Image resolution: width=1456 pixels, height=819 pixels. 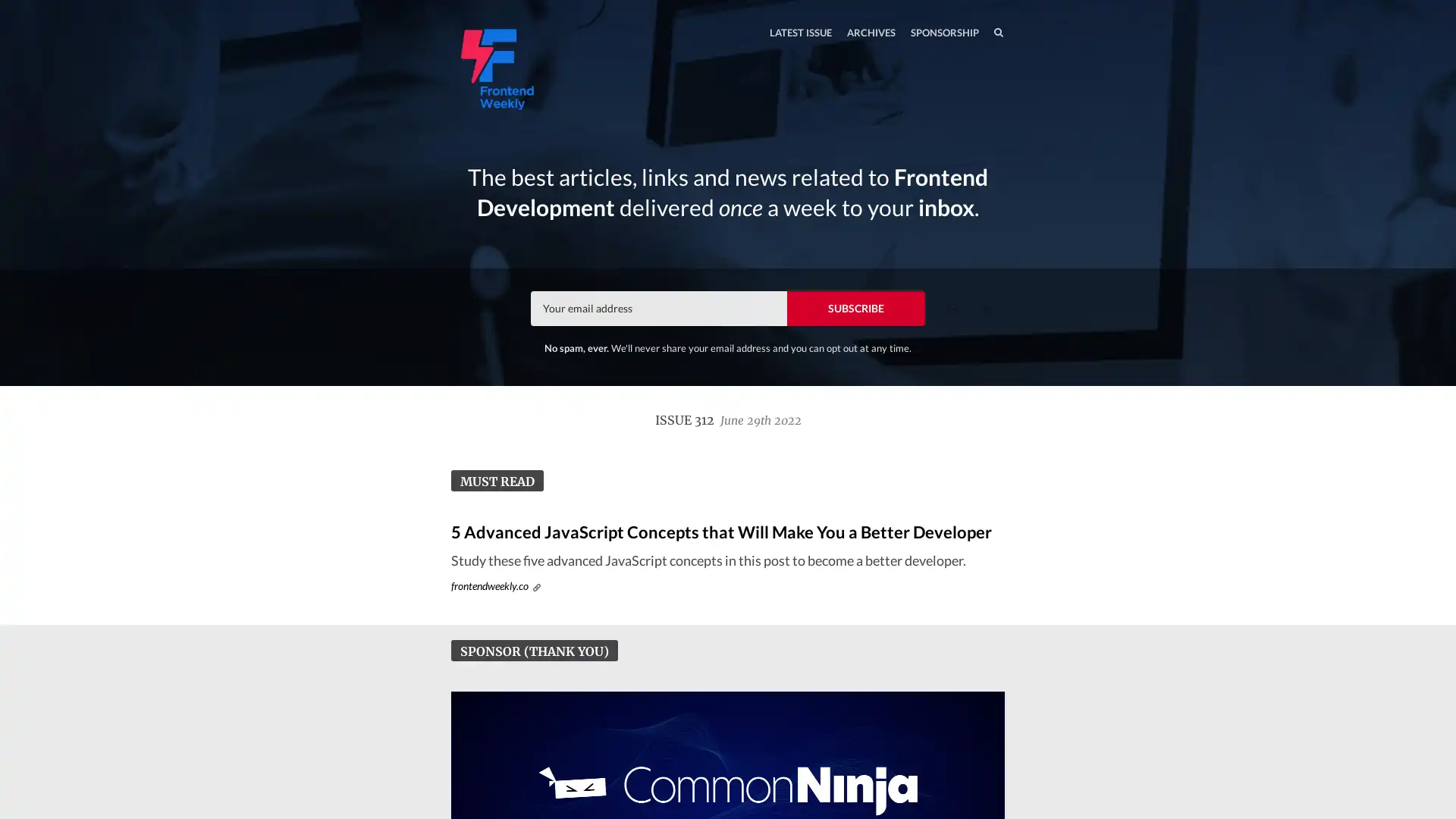 I want to click on SUBSCRIBE, so click(x=855, y=307).